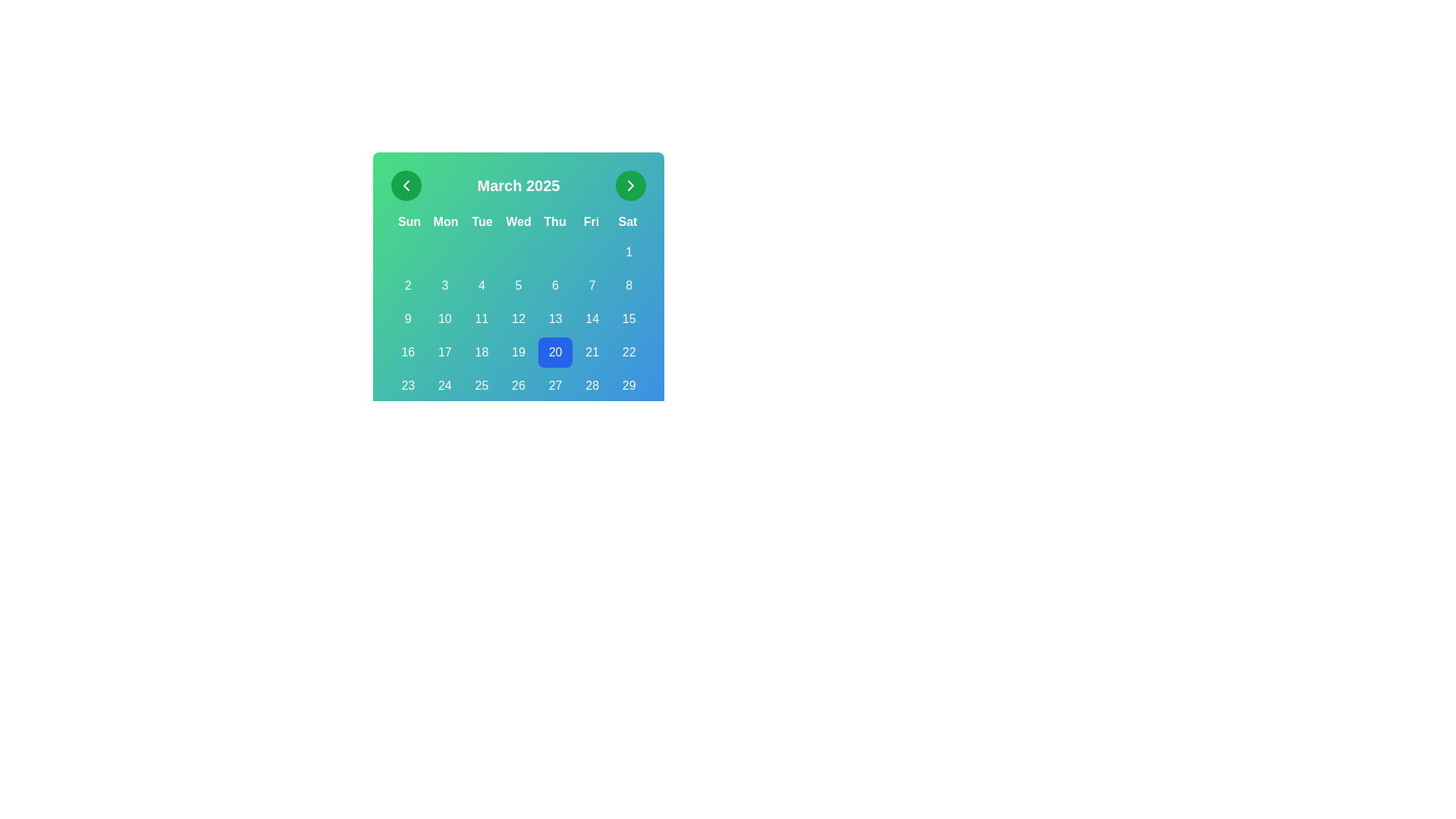 The image size is (1456, 819). What do you see at coordinates (630, 185) in the screenshot?
I see `the chevron right icon located within the green circular button at the top-right corner of the calendar interface` at bounding box center [630, 185].